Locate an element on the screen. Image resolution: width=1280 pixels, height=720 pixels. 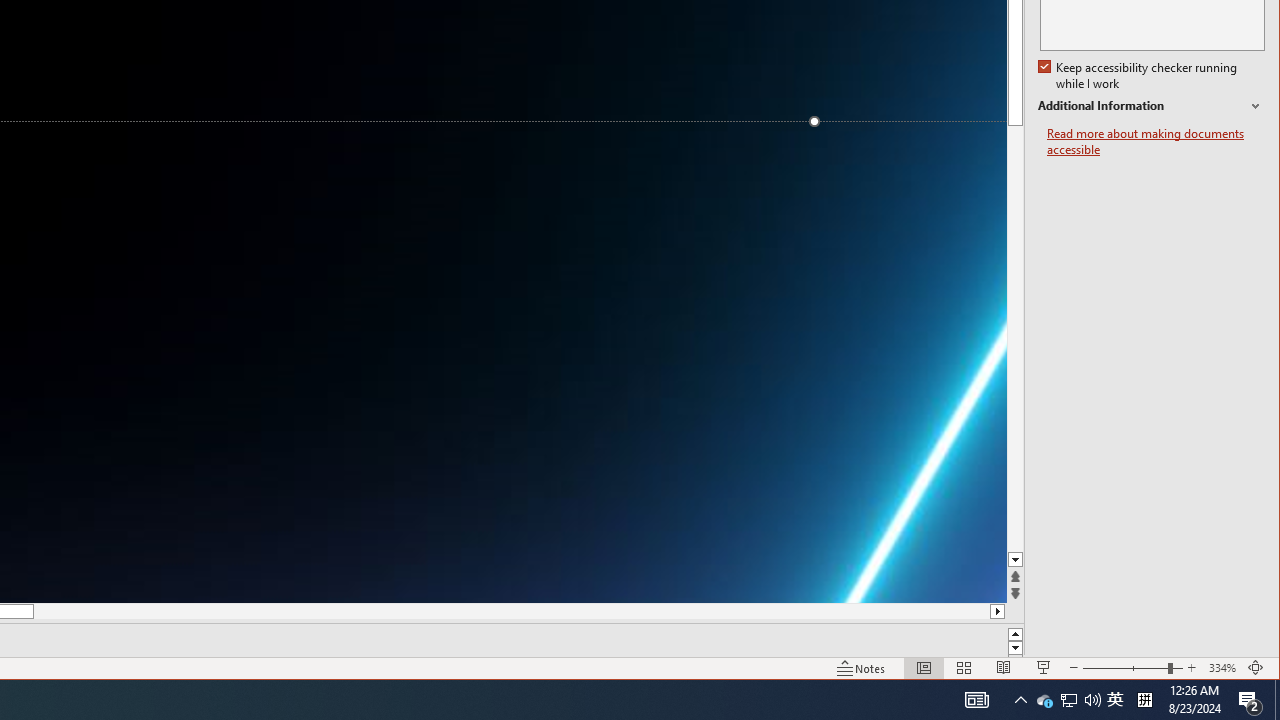
'Read more about making documents accessible' is located at coordinates (1155, 141).